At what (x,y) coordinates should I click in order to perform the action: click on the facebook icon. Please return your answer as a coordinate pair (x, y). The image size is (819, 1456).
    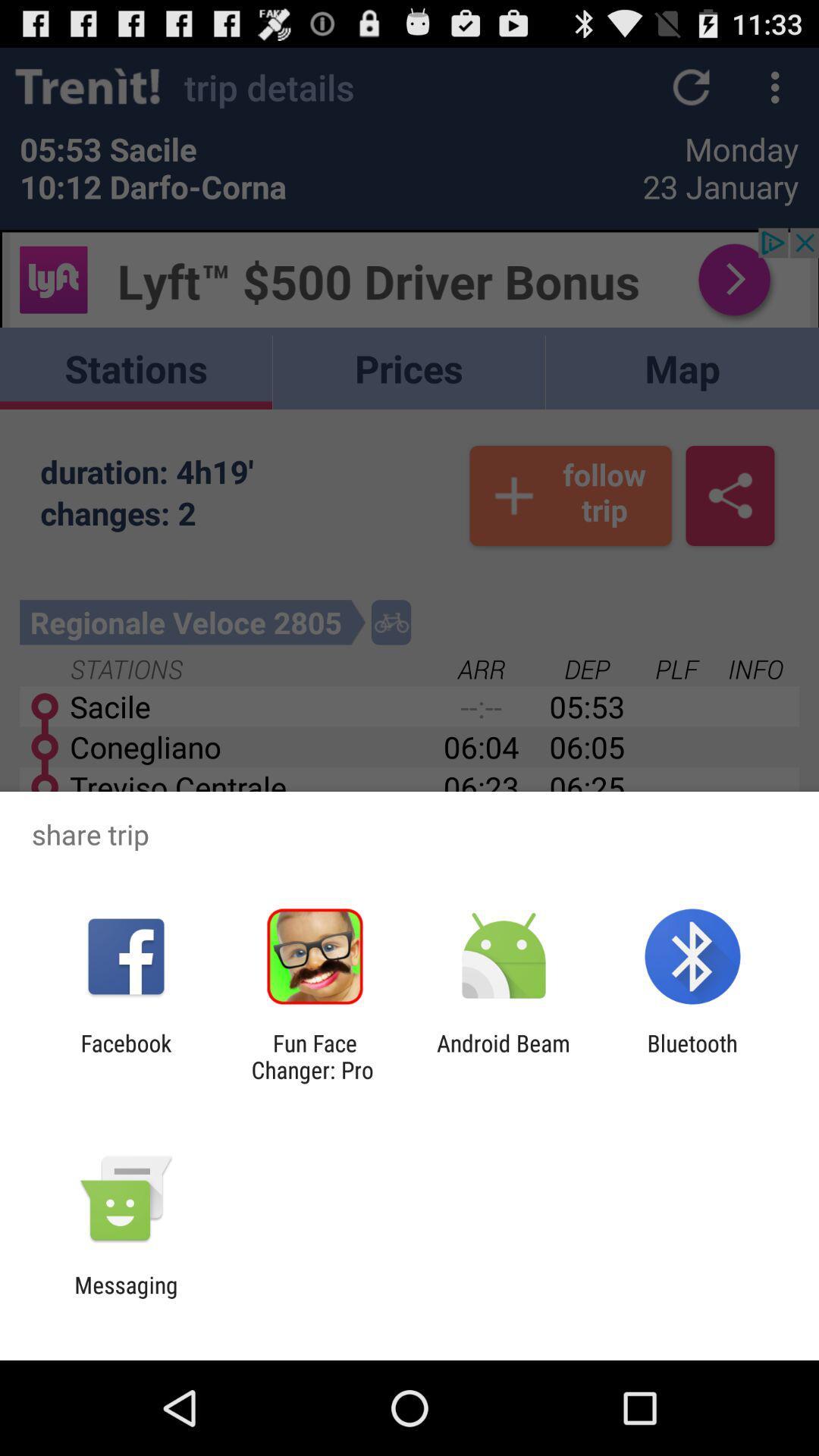
    Looking at the image, I should click on (125, 1056).